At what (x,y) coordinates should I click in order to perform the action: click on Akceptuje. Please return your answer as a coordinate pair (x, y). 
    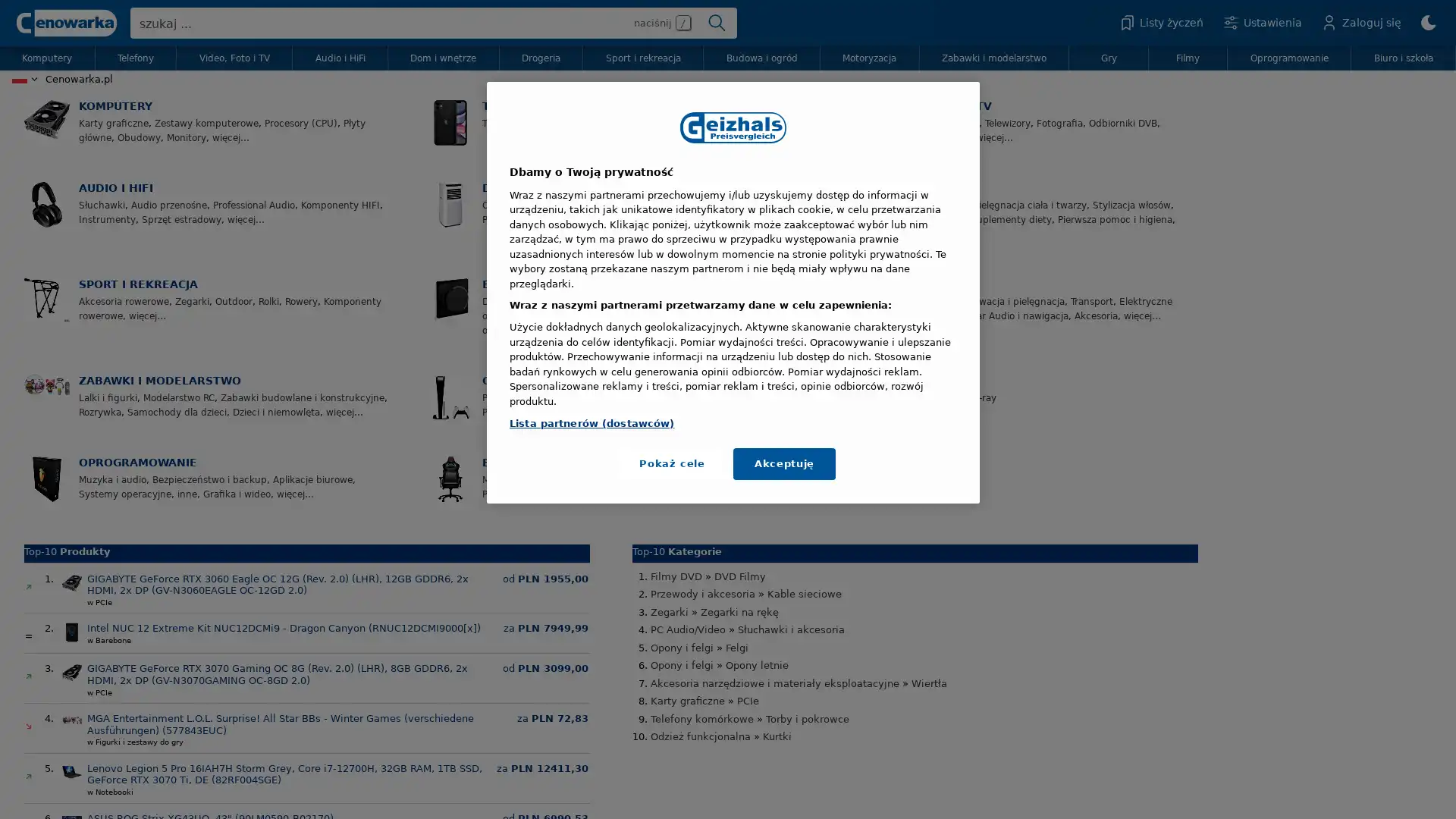
    Looking at the image, I should click on (784, 463).